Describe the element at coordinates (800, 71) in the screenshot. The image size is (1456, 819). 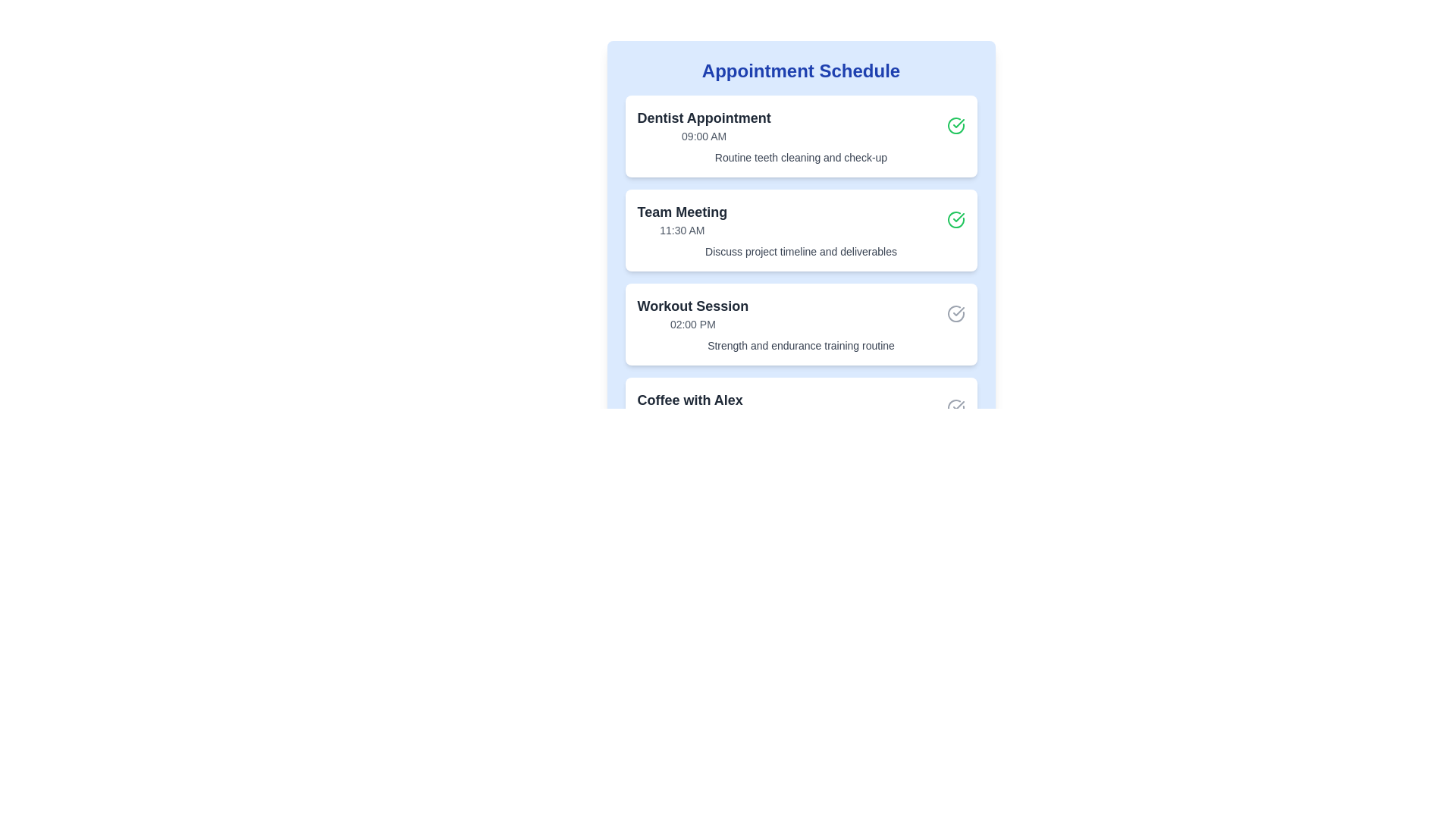
I see `text content of the header element located at the top of the blue-shaded card, which serves as a title for the schedule details` at that location.